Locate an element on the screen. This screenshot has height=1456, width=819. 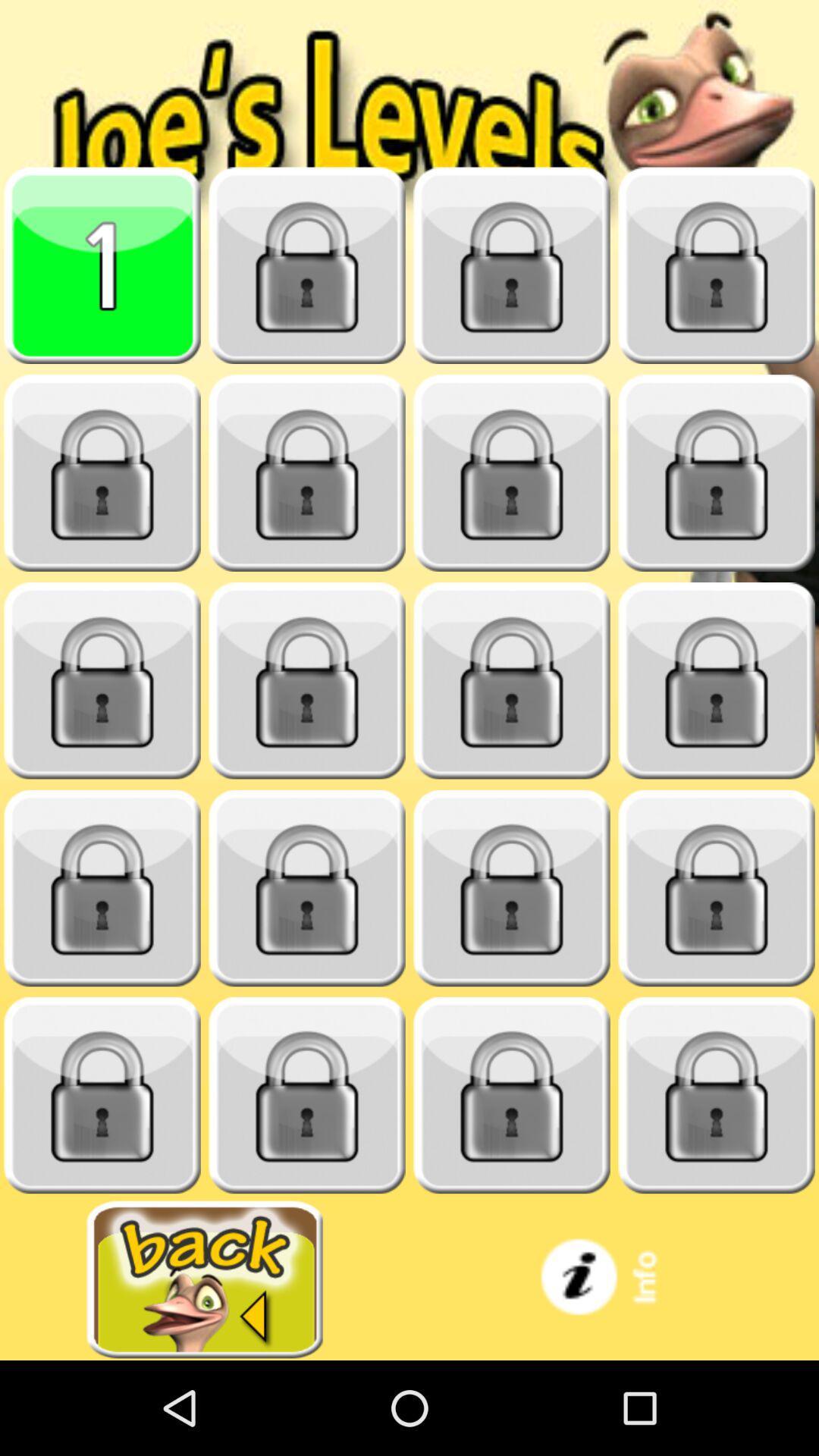
locked level is located at coordinates (512, 1095).